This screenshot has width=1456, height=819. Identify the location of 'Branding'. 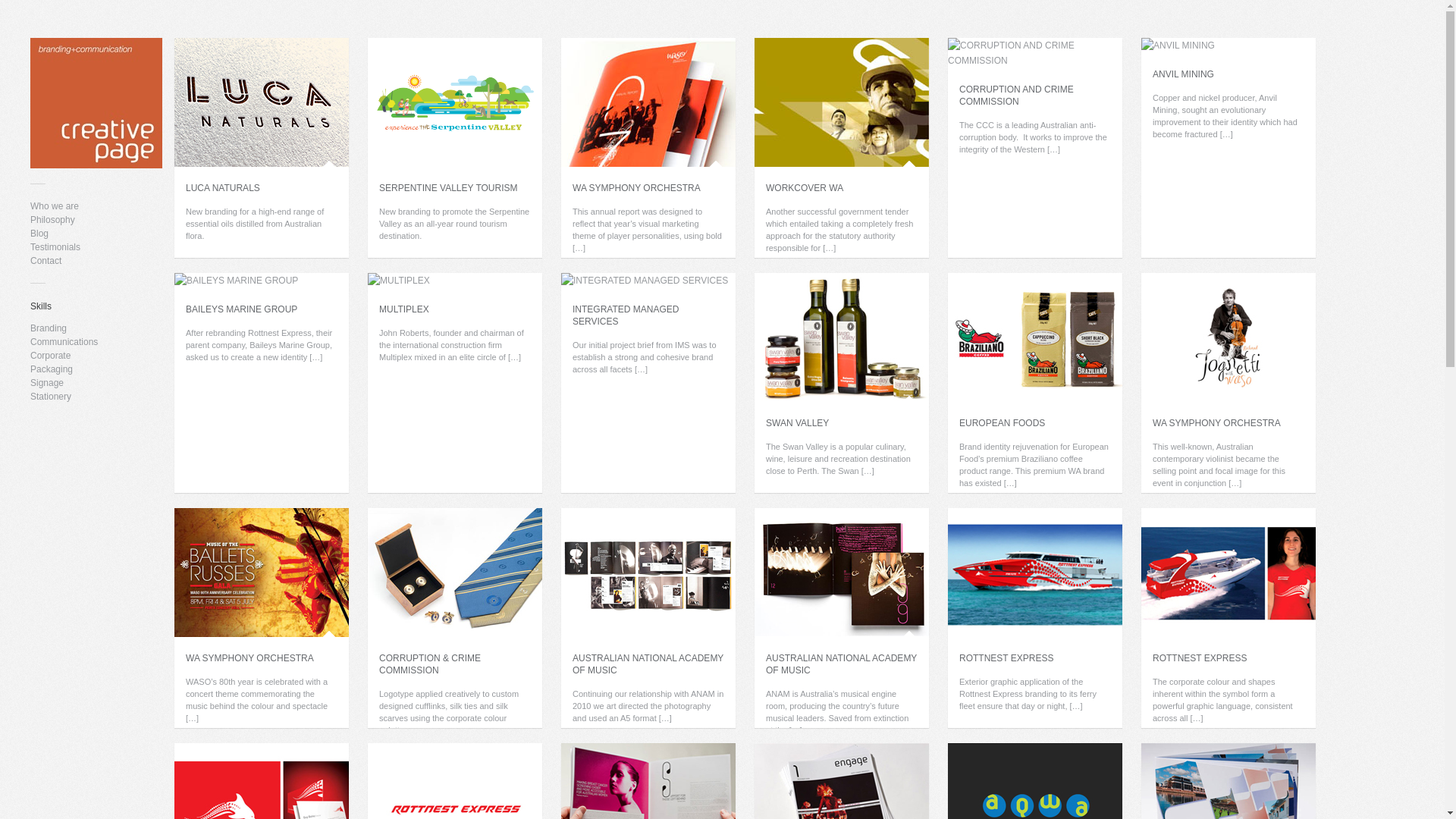
(30, 327).